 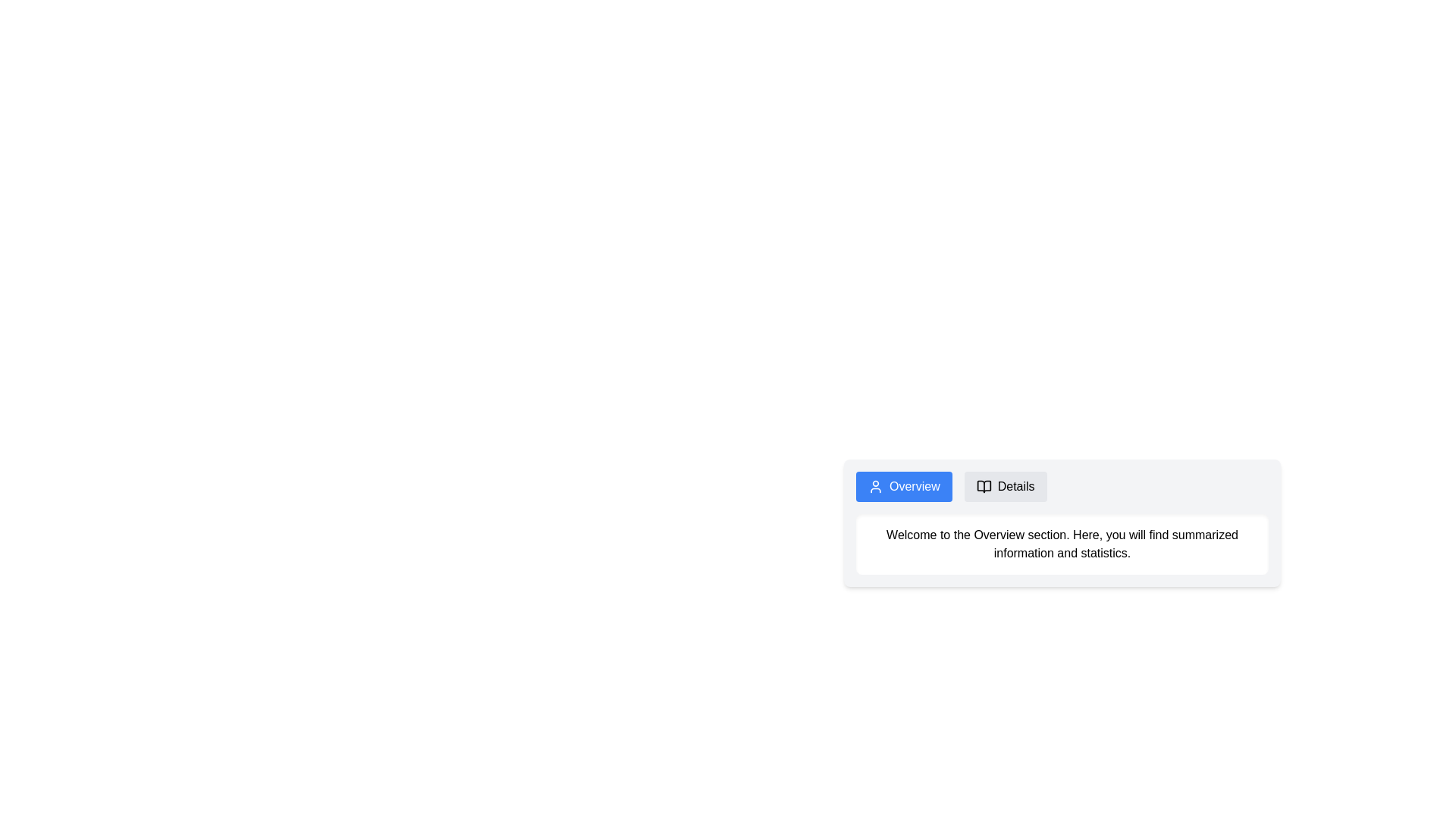 I want to click on the open book icon located on the second tab of the tabbed interface, positioned to the left of the text 'Details', so click(x=984, y=486).